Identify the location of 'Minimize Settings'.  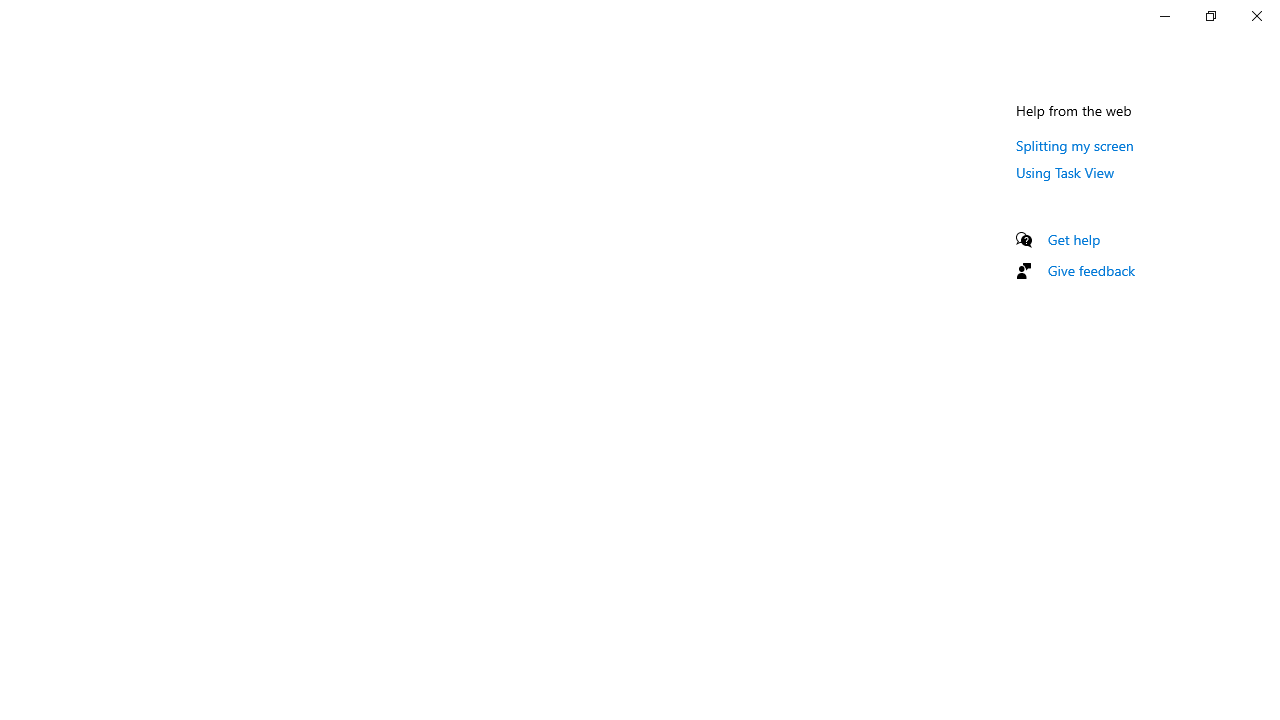
(1164, 15).